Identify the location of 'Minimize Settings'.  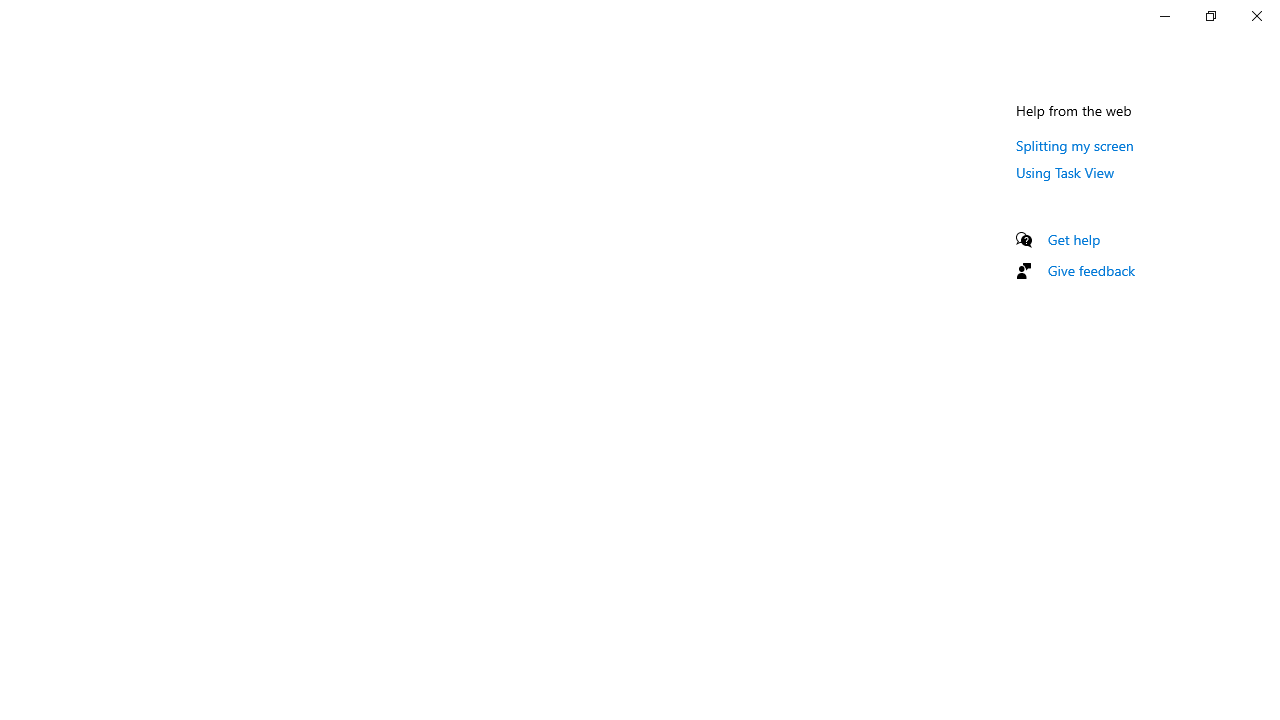
(1164, 15).